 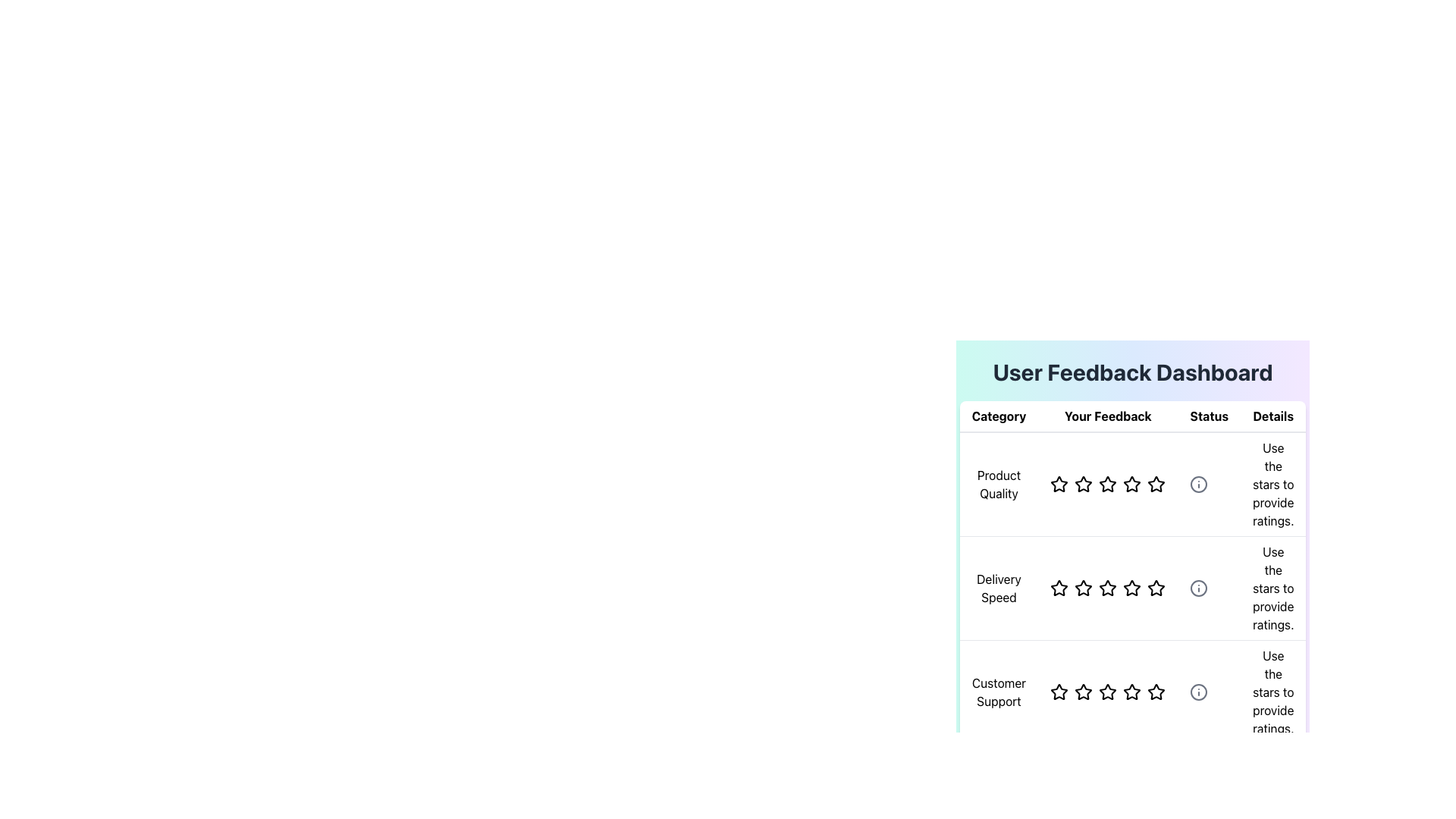 I want to click on the informational icon located in the 'Details' column of the first row in the 'User Feedback Dashboard' table, so click(x=1197, y=485).